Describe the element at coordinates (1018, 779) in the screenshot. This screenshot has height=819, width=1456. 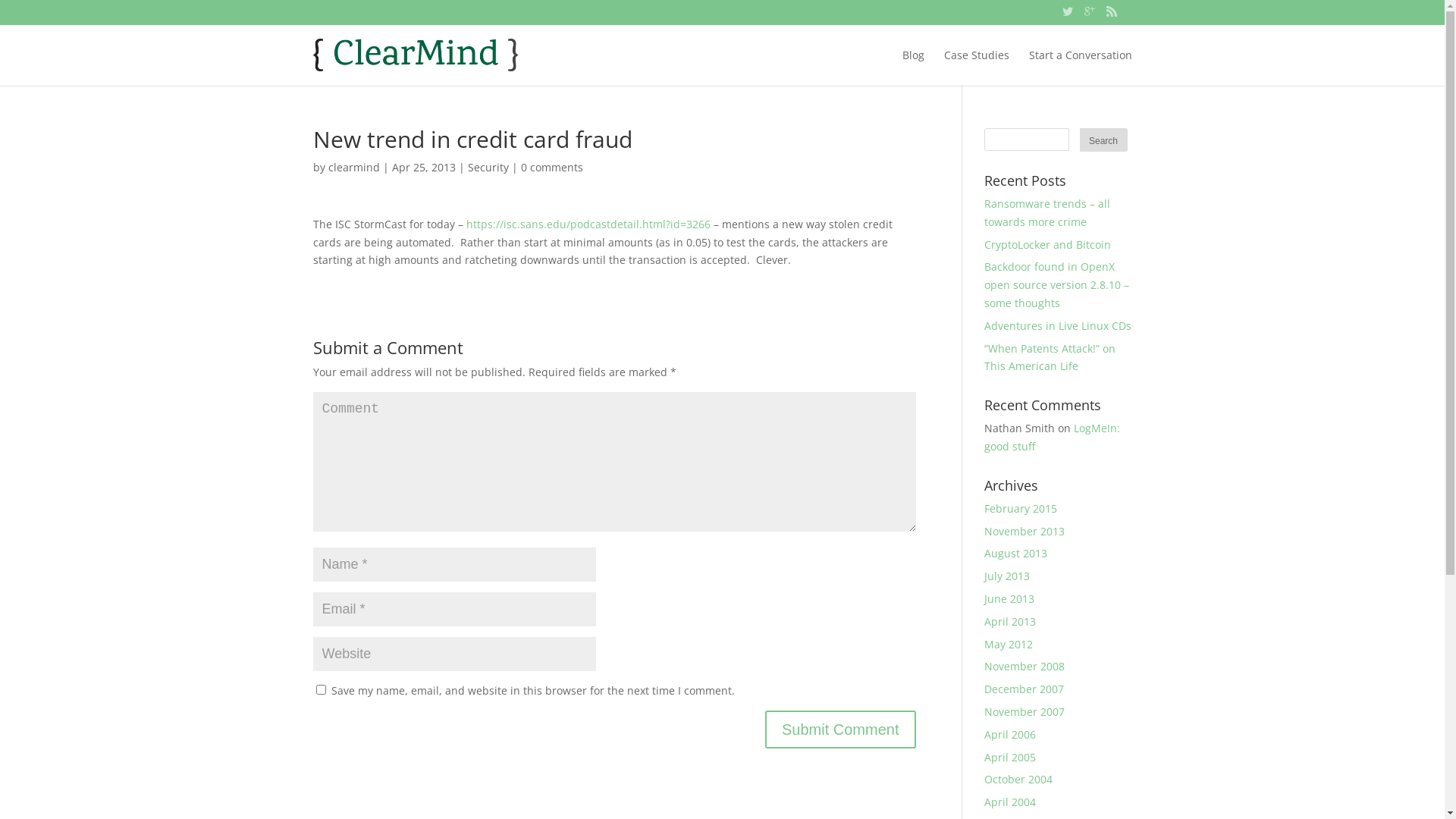
I see `'October 2004'` at that location.